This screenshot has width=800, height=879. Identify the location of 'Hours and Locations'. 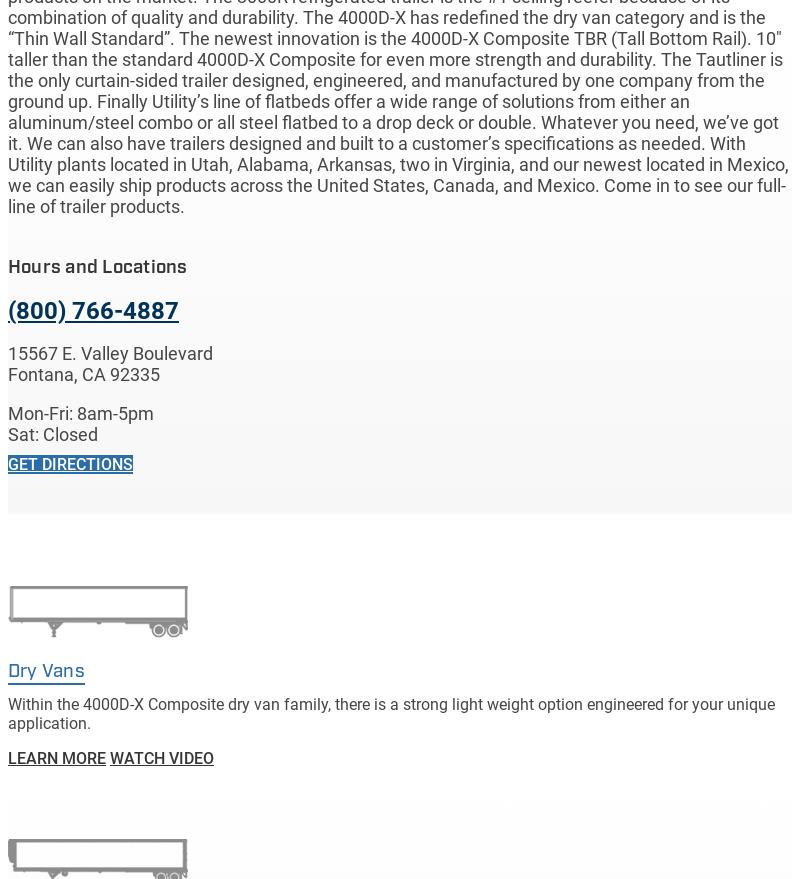
(97, 265).